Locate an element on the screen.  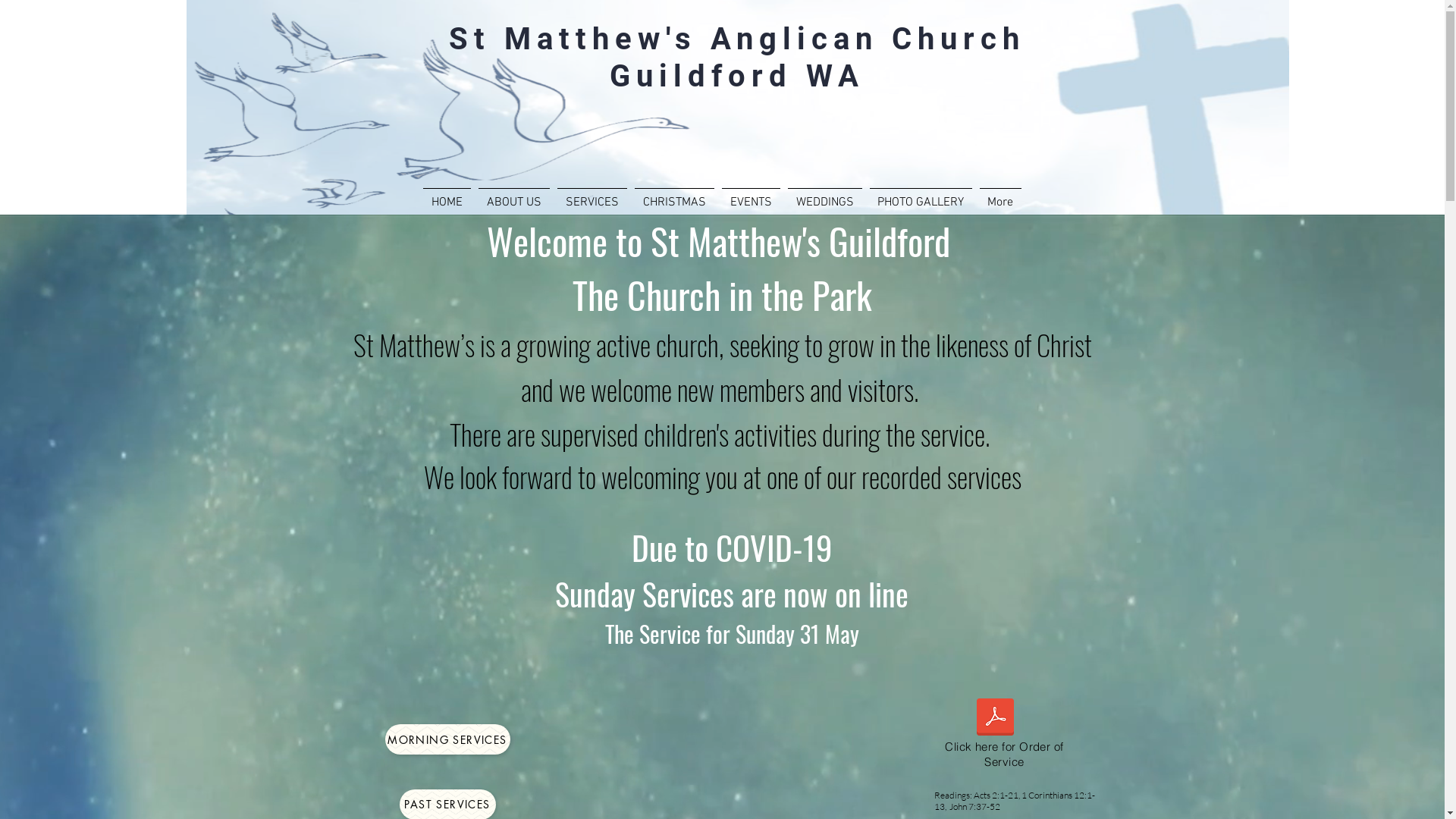
'ABOUT US' is located at coordinates (513, 195).